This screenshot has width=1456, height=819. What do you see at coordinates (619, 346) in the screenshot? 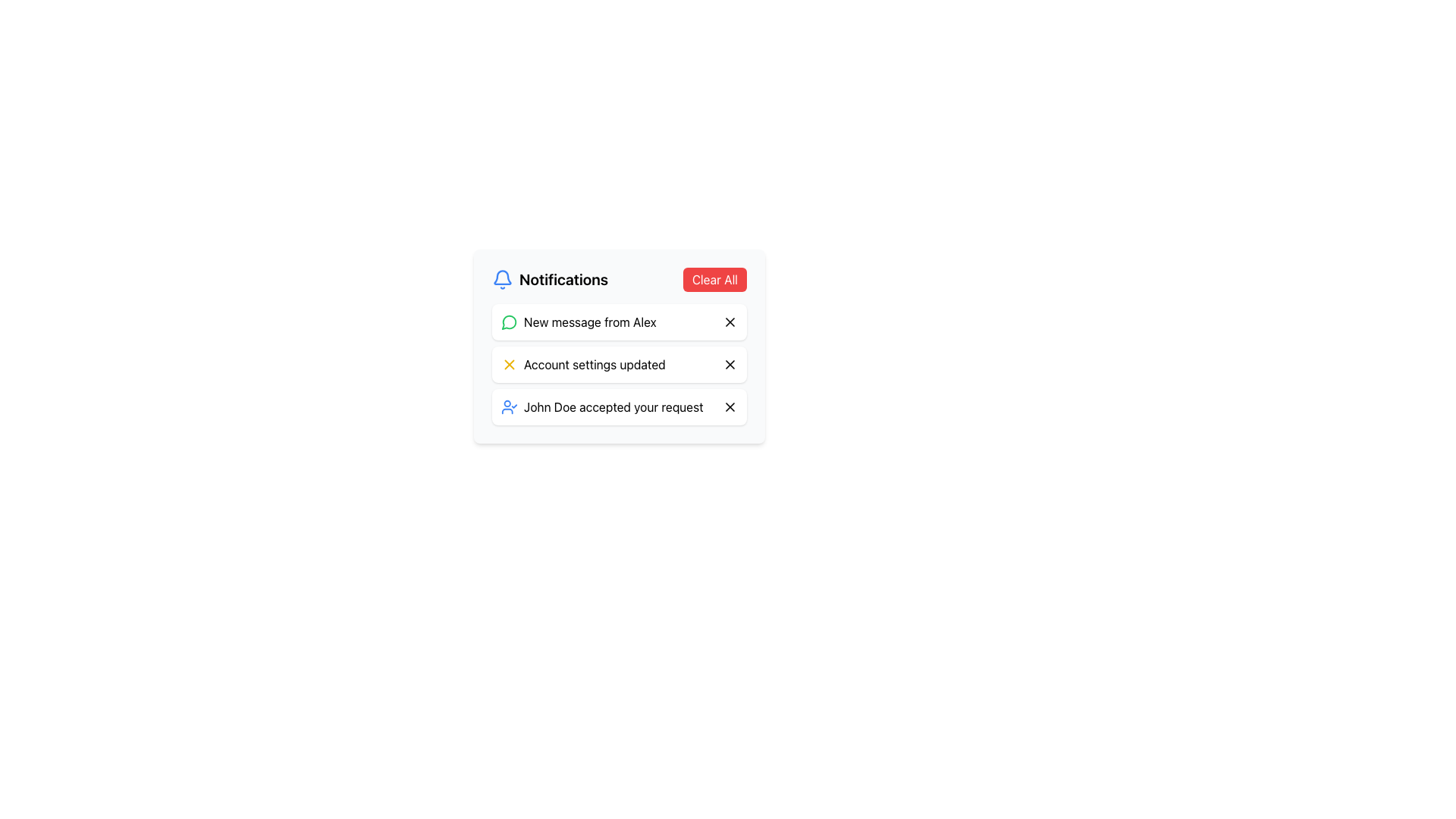
I see `the second notification card in the Notifications panel that informs about an account settings update` at bounding box center [619, 346].